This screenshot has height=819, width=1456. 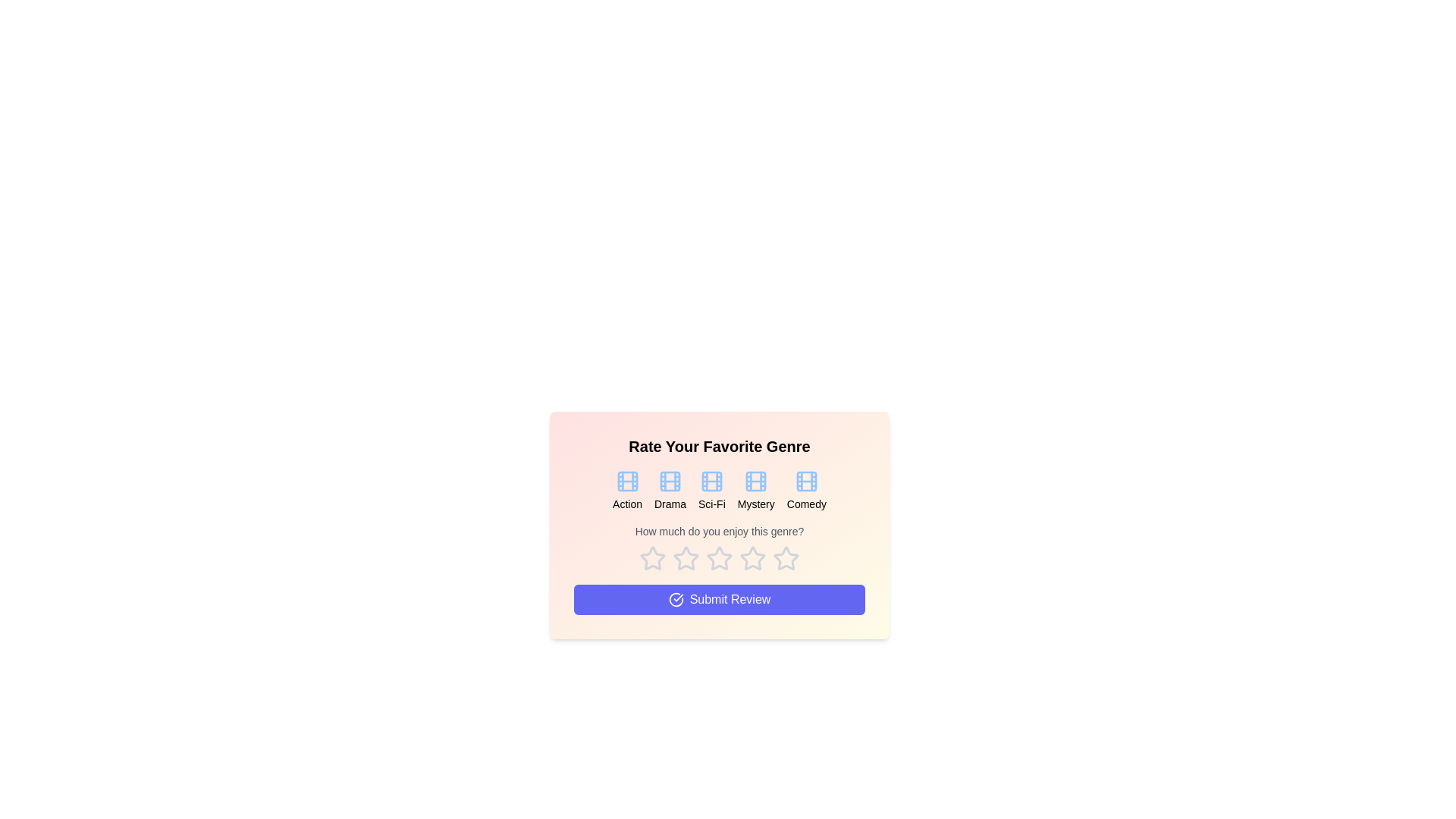 I want to click on the star corresponding to 4 stars to preview the rating, so click(x=753, y=558).